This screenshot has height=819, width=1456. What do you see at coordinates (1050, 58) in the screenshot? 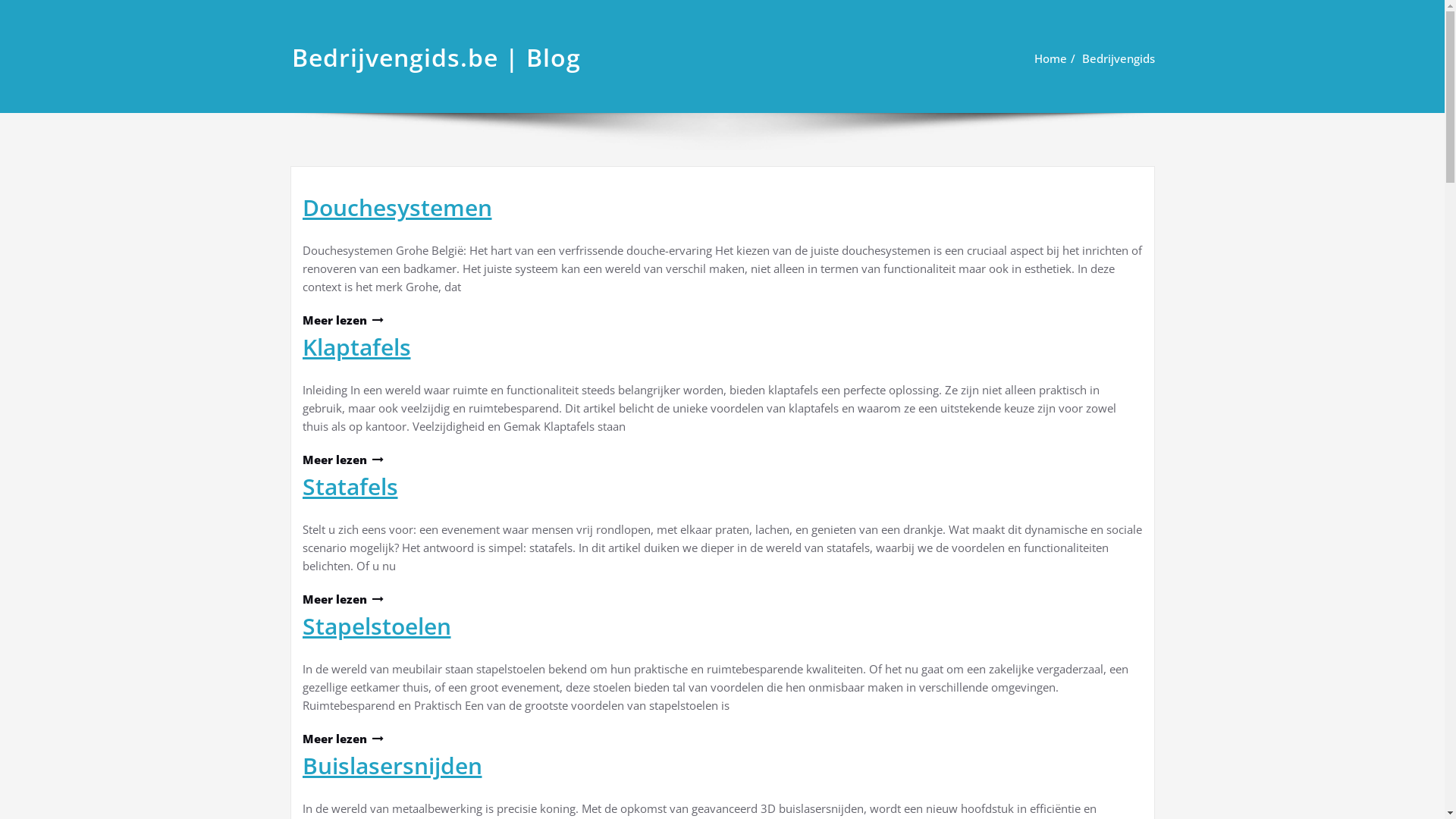
I see `'Home'` at bounding box center [1050, 58].